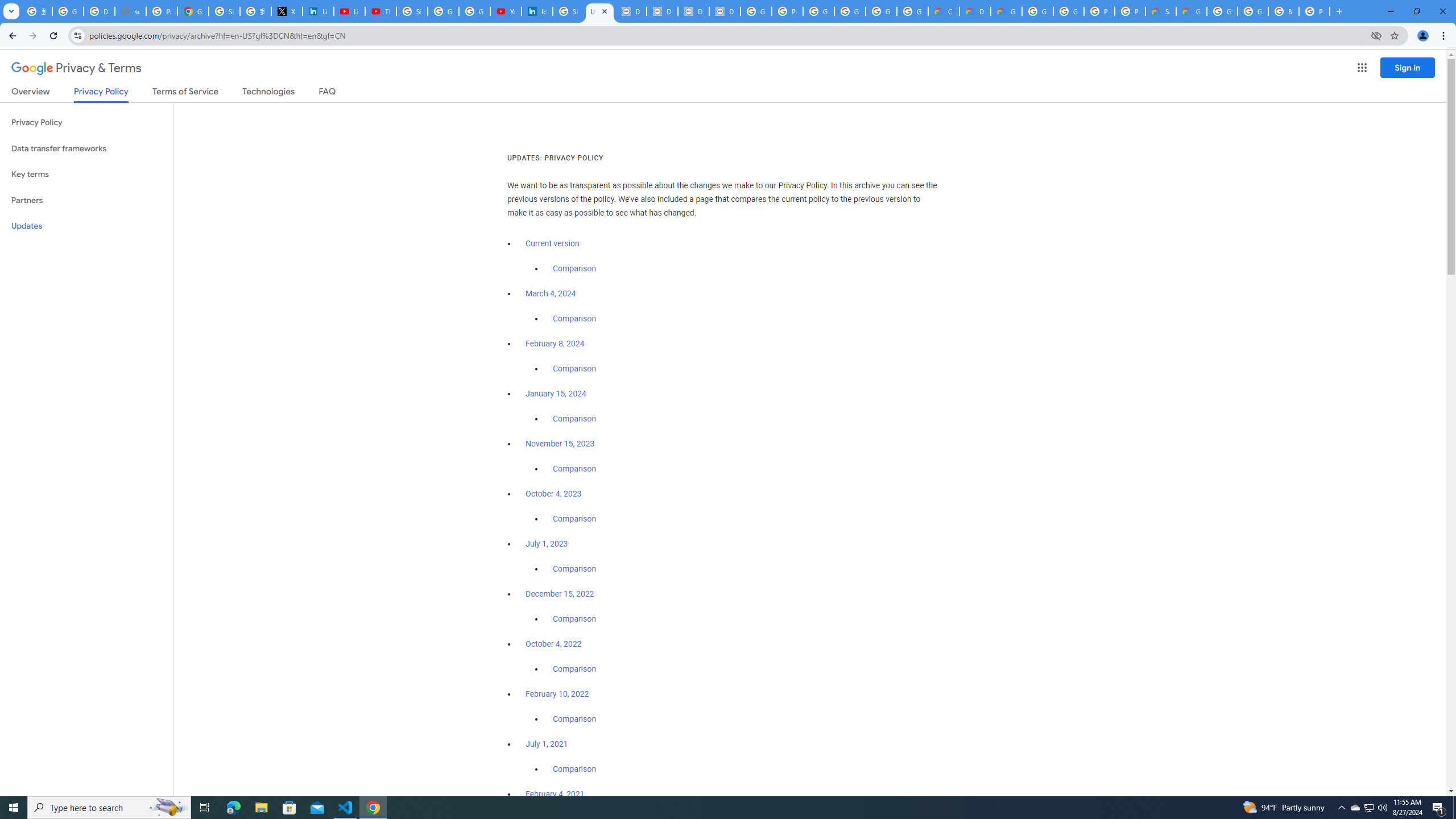 Image resolution: width=1456 pixels, height=819 pixels. I want to click on 'July 1, 2021', so click(547, 743).